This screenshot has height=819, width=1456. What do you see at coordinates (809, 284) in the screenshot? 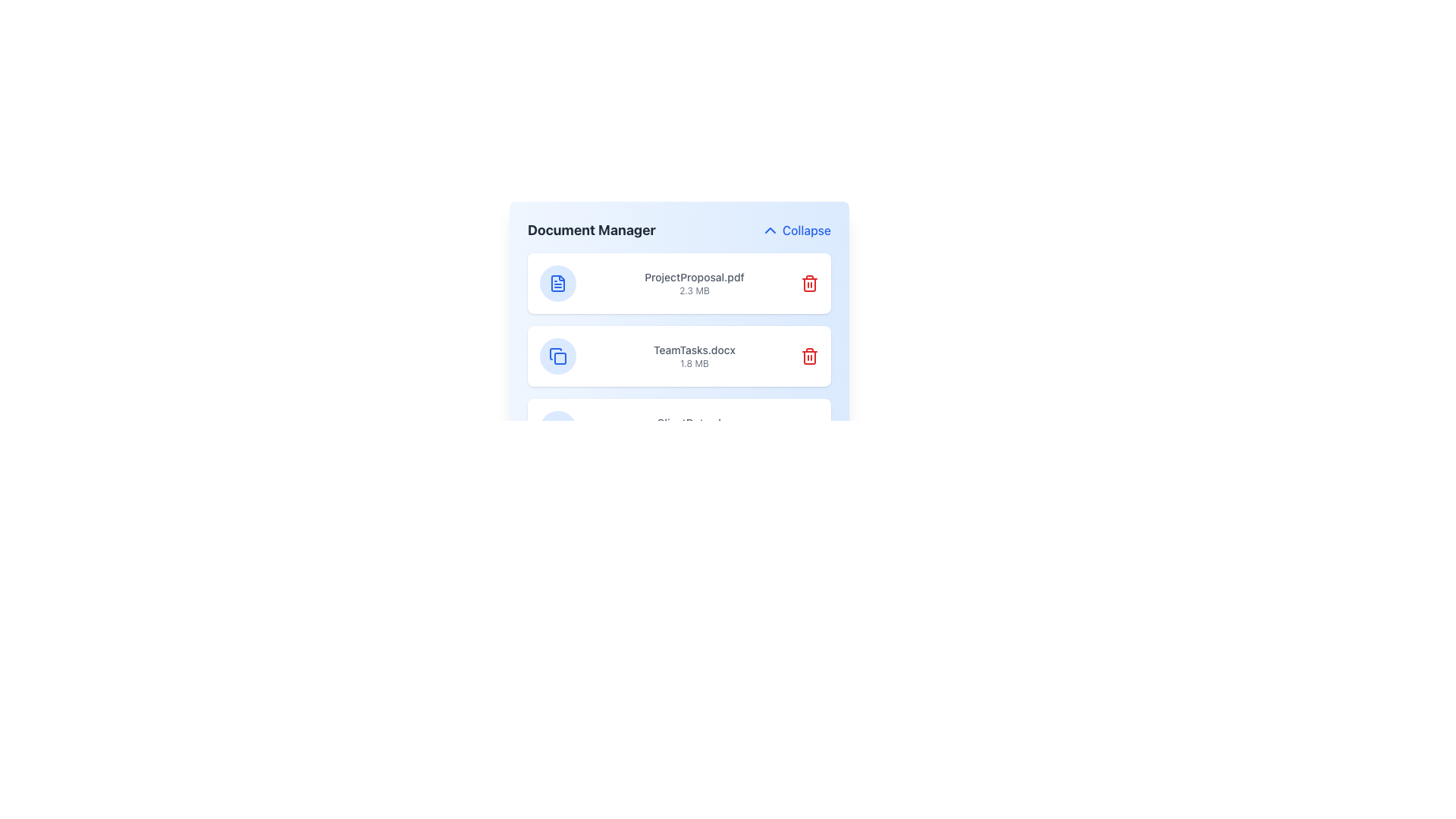
I see `the red trash icon button for the 'ProjectProposal.pdf' file` at bounding box center [809, 284].